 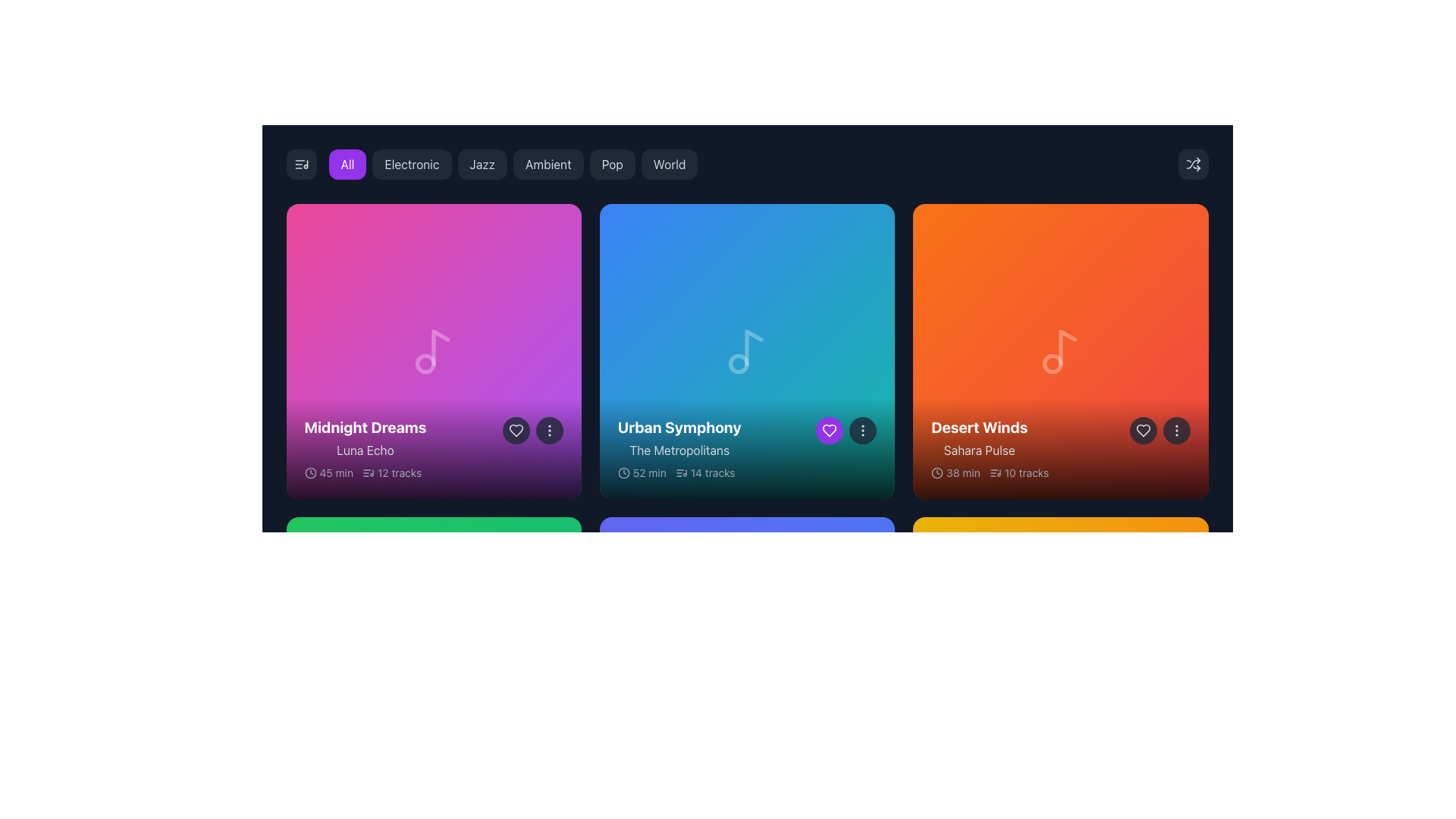 What do you see at coordinates (676, 472) in the screenshot?
I see `text '52 min 14 tracks' displayed in the Text with icons component located at the bottom of the 'Urban Symphony' album card by 'The Metropolitans'` at bounding box center [676, 472].